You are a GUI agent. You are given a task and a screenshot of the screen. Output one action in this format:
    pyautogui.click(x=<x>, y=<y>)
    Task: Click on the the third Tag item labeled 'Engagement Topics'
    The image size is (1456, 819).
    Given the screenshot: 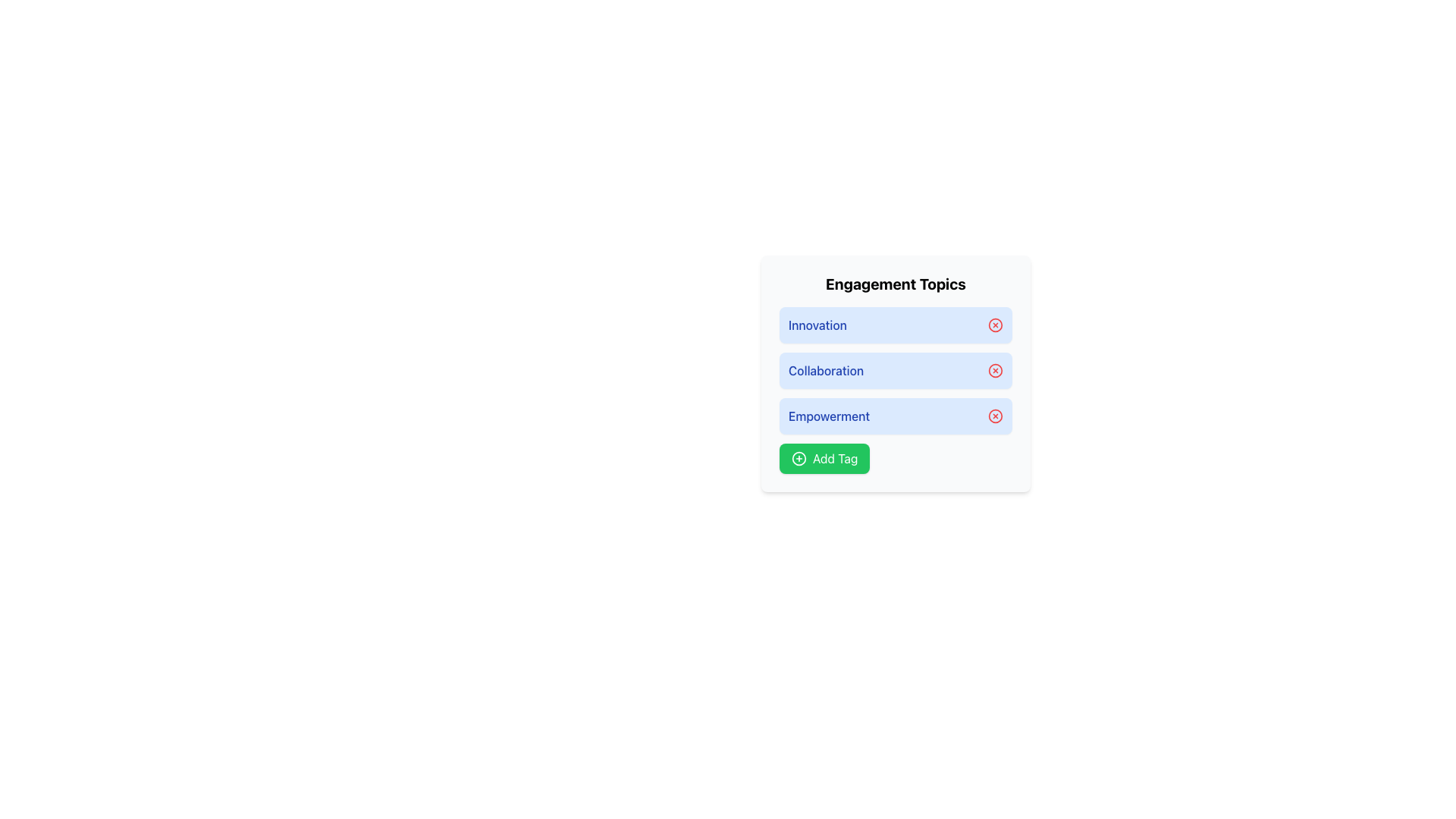 What is the action you would take?
    pyautogui.click(x=896, y=416)
    